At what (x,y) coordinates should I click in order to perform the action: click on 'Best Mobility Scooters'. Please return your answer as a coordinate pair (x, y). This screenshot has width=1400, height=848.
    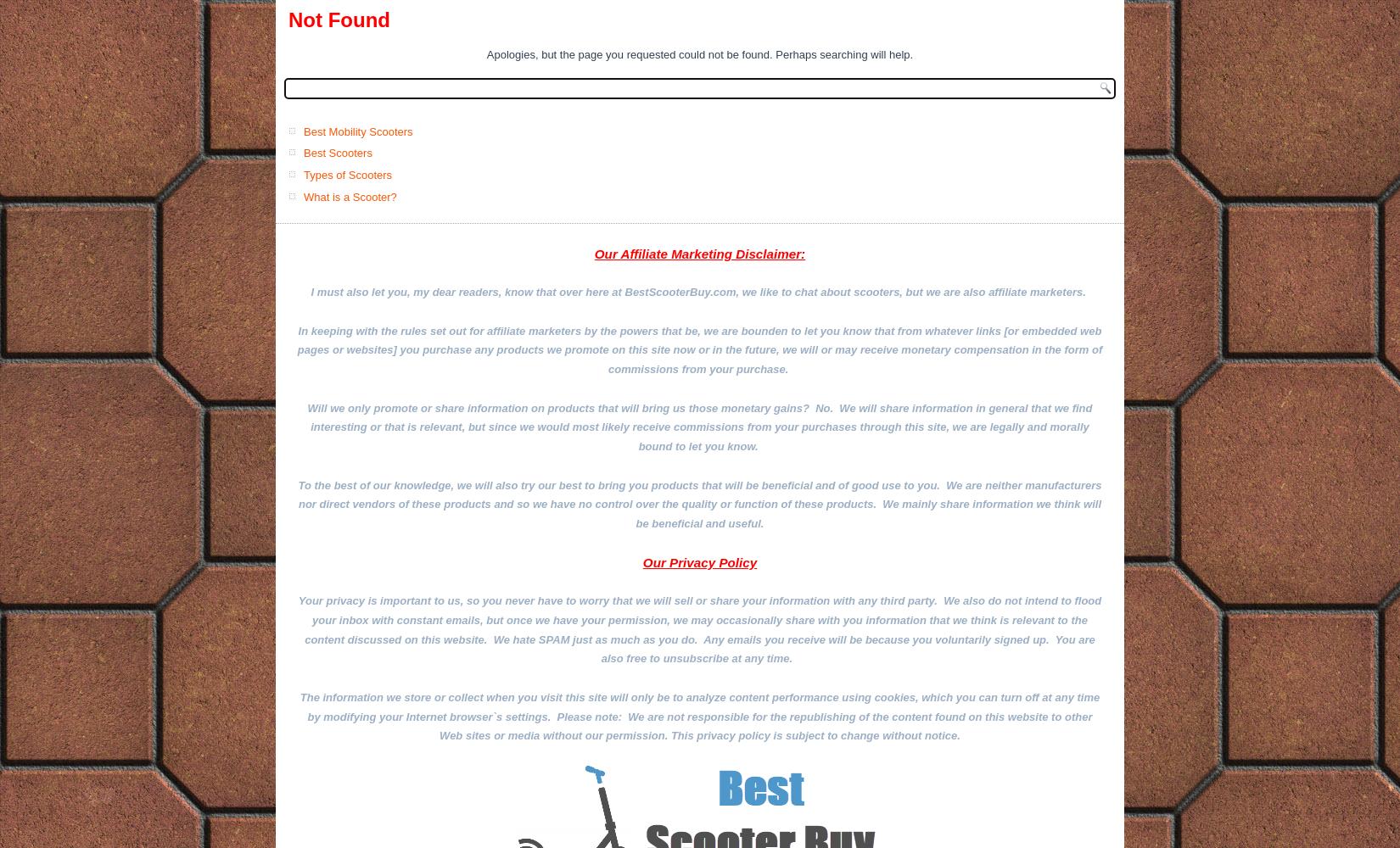
    Looking at the image, I should click on (357, 131).